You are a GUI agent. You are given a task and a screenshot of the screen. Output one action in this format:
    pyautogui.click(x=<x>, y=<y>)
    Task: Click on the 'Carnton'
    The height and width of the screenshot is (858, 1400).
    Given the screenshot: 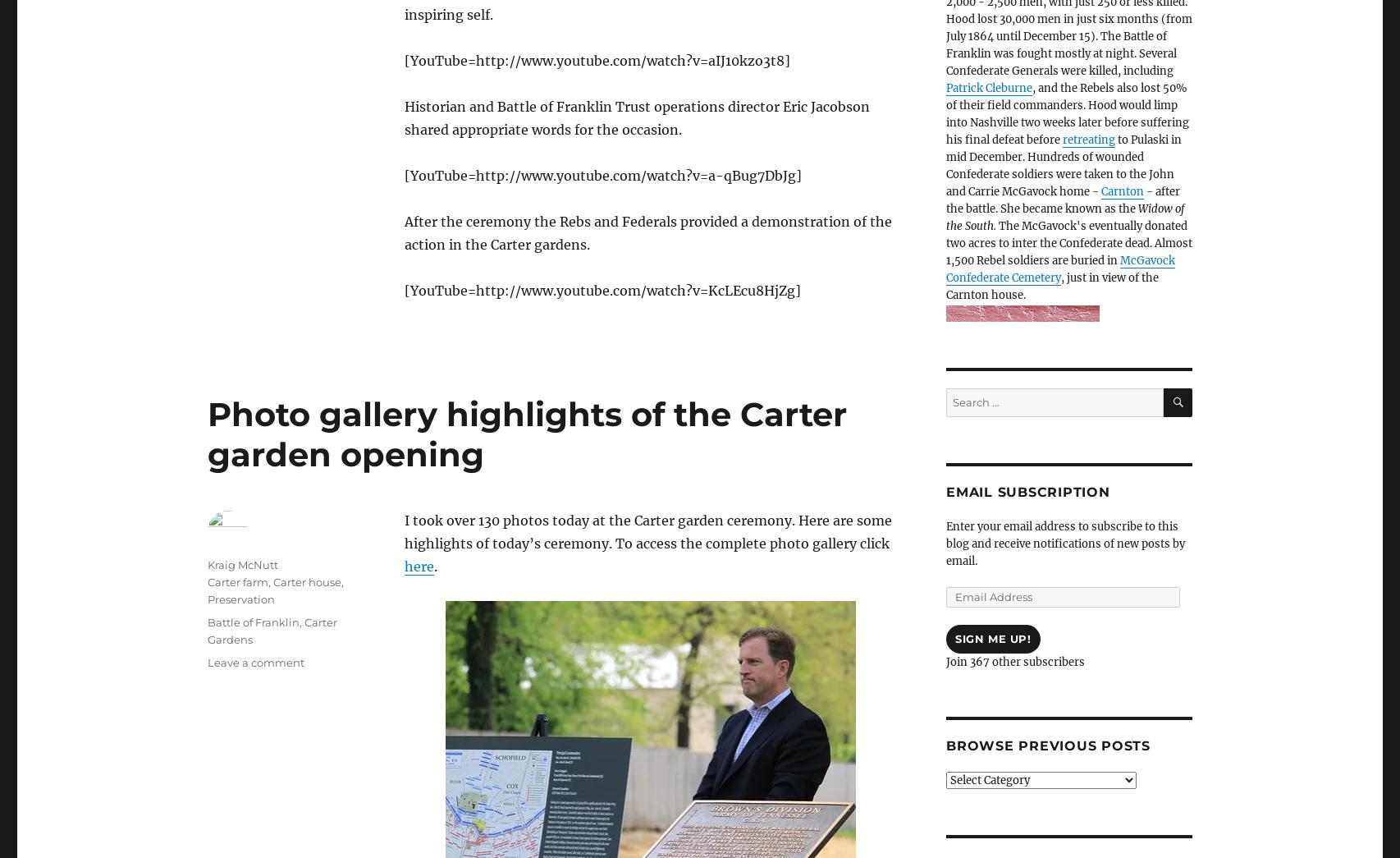 What is the action you would take?
    pyautogui.click(x=1122, y=190)
    